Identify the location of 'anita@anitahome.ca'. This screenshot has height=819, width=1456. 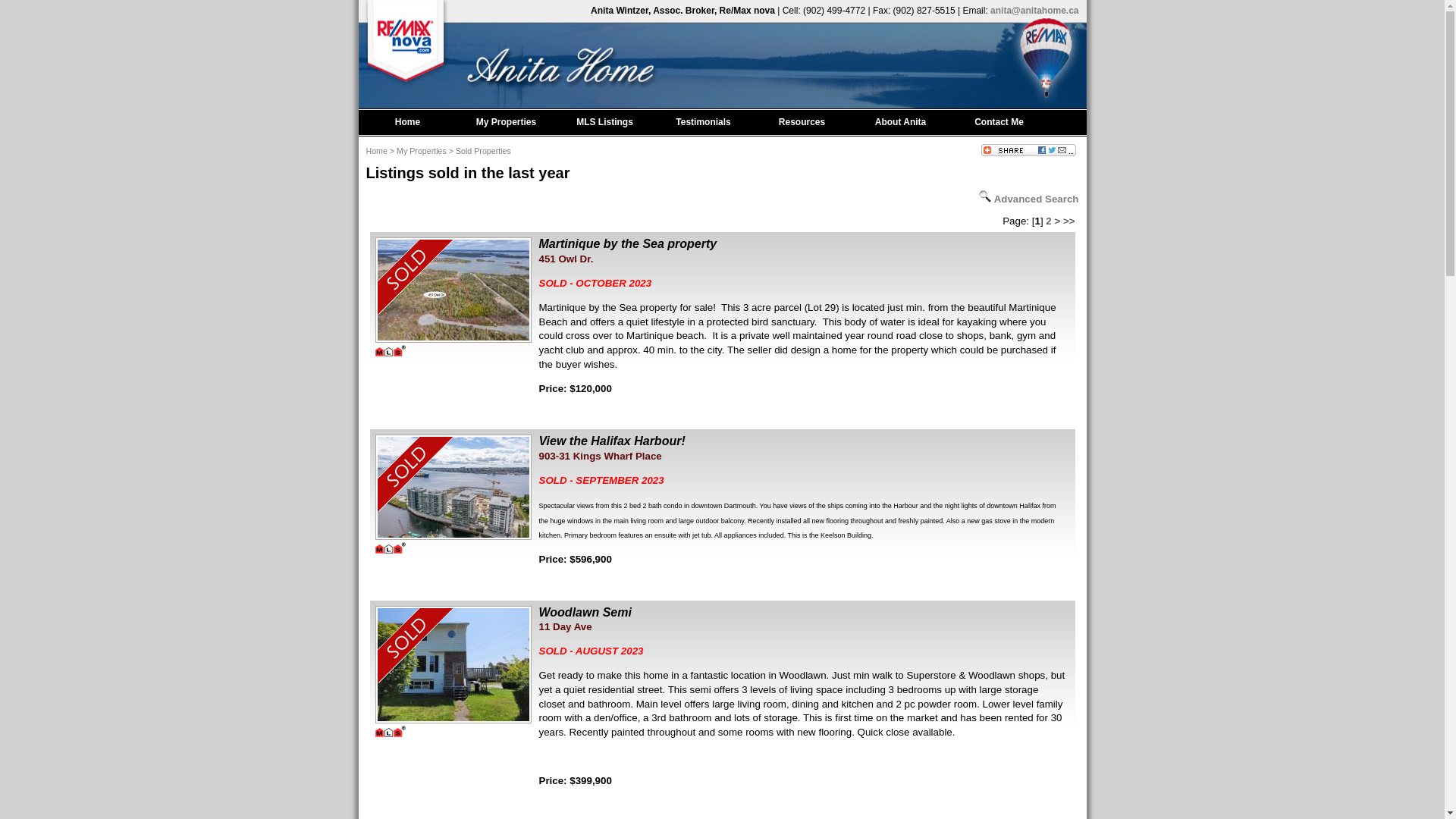
(1033, 11).